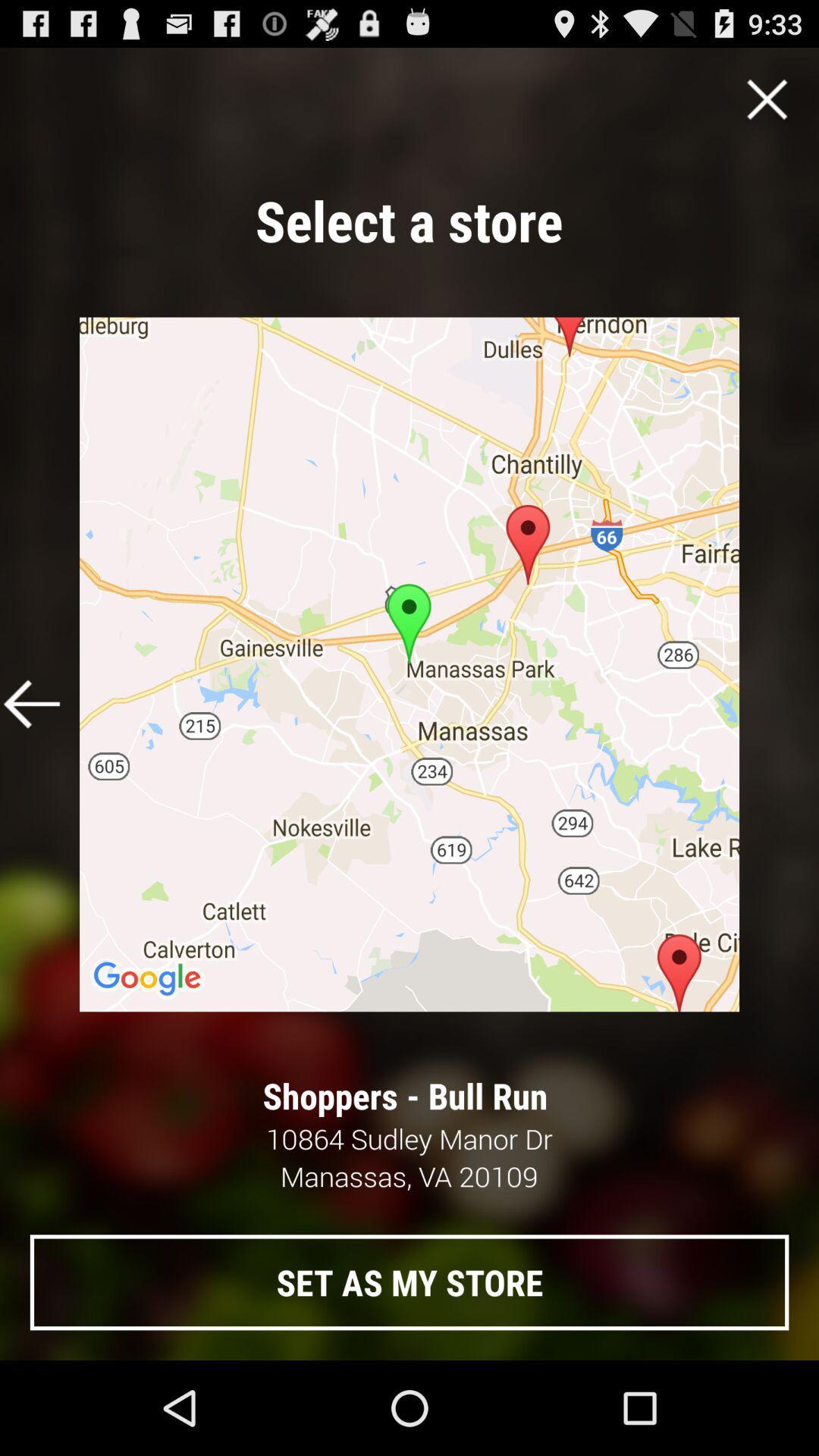  I want to click on it, so click(767, 99).